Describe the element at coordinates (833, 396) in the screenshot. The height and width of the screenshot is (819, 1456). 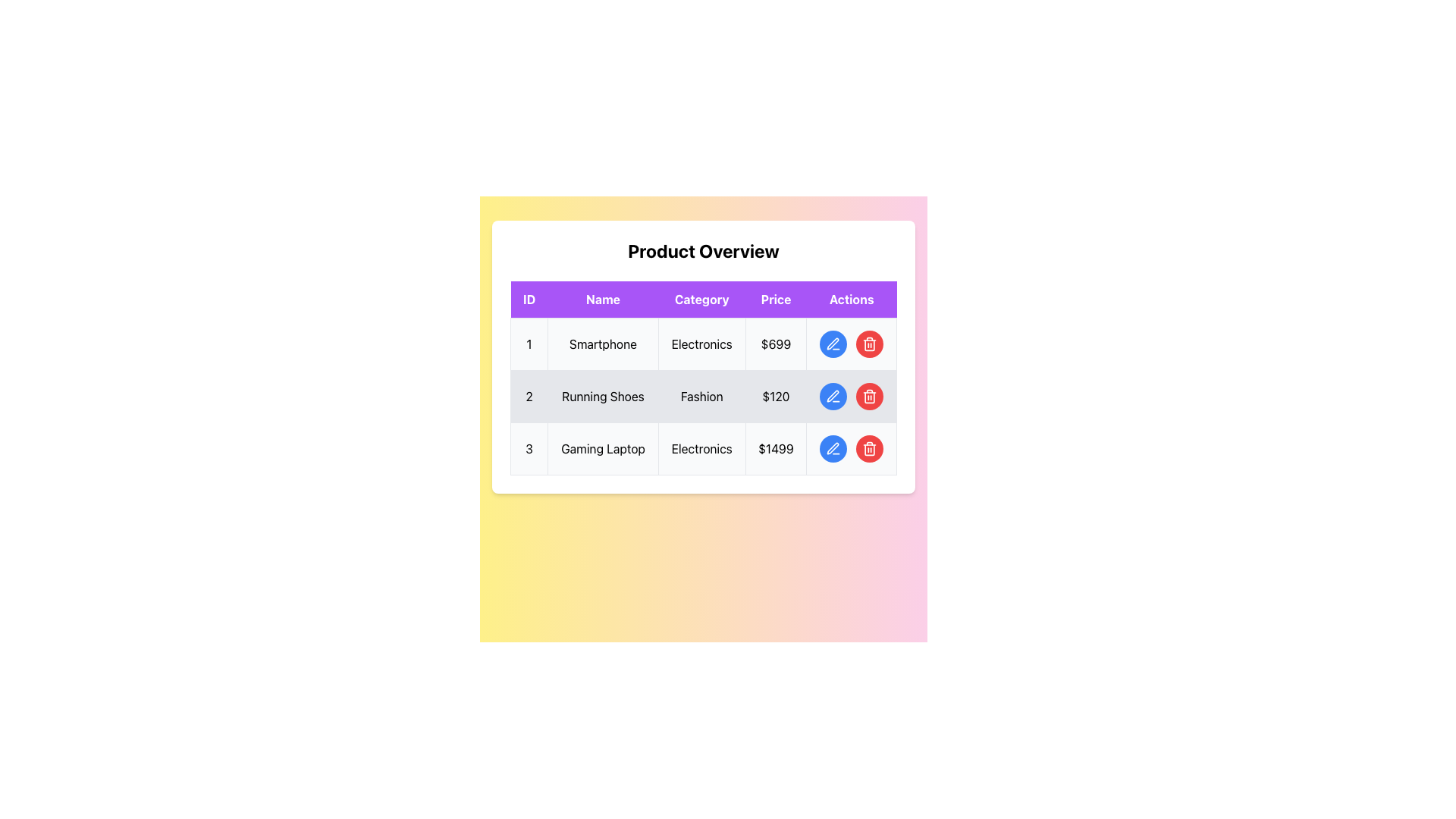
I see `the circular blue button with a pen icon located in the 'Actions' column of the second row of the table` at that location.